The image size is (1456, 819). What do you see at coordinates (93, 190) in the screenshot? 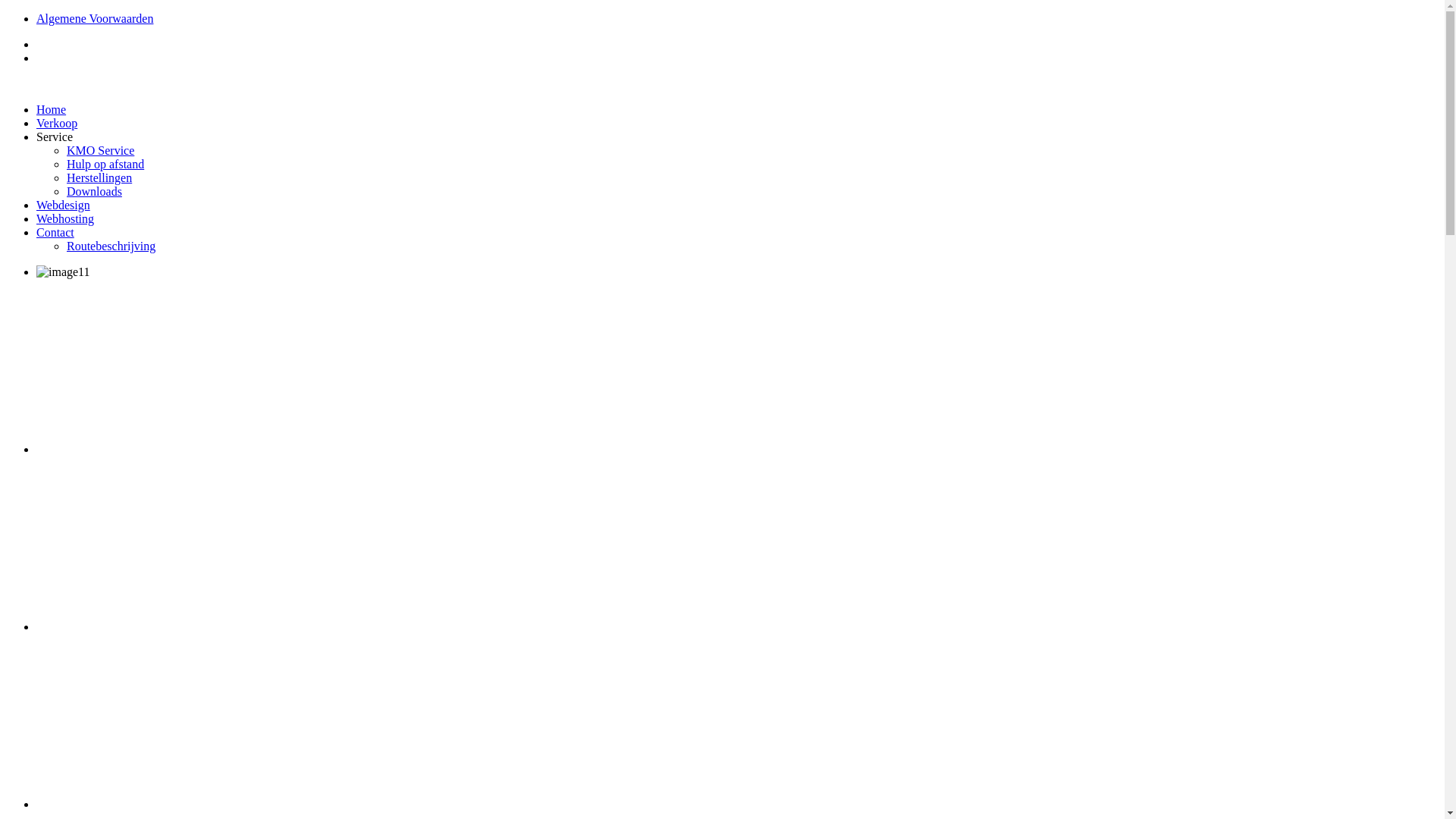
I see `'Downloads'` at bounding box center [93, 190].